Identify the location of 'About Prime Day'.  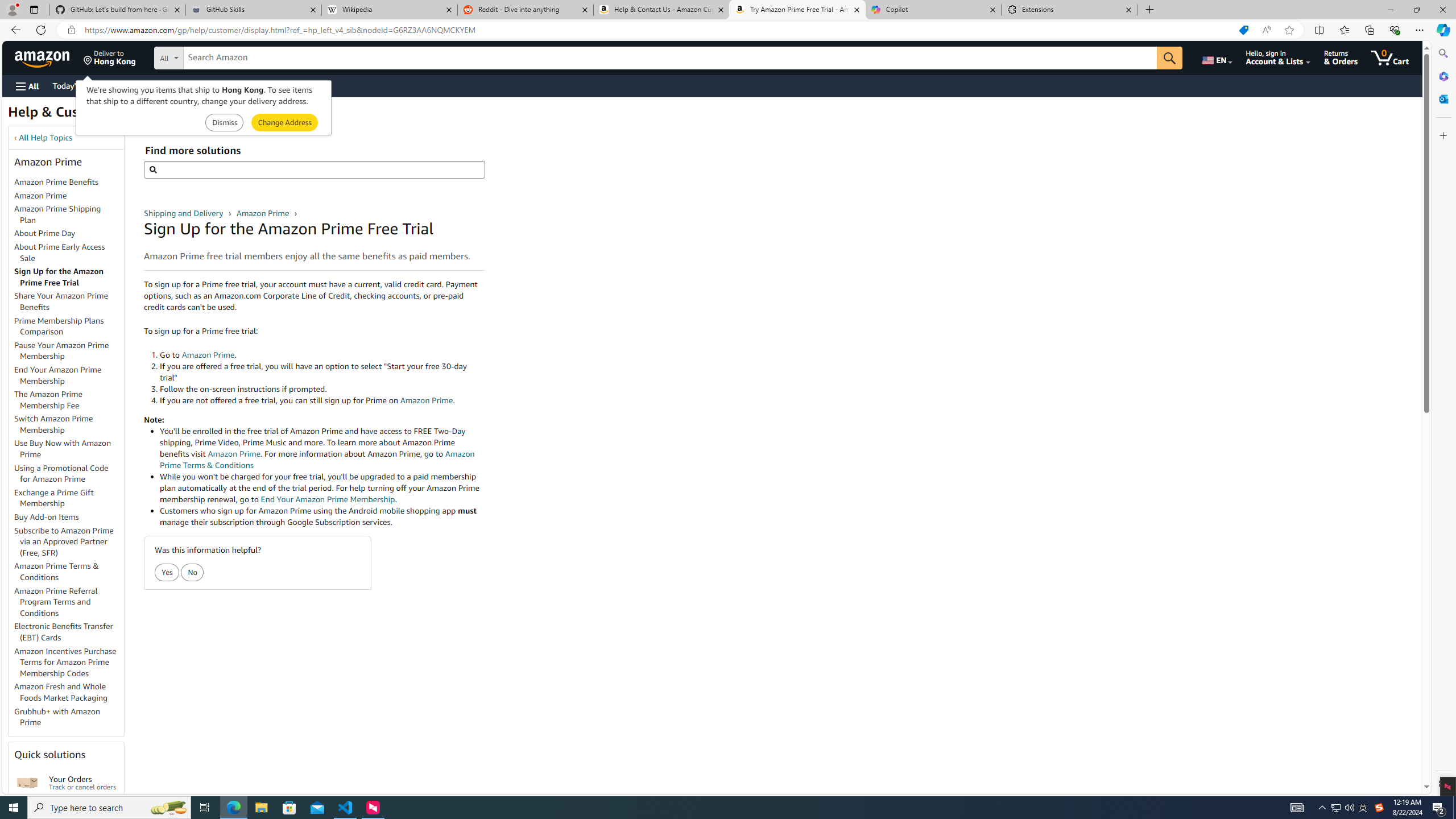
(44, 233).